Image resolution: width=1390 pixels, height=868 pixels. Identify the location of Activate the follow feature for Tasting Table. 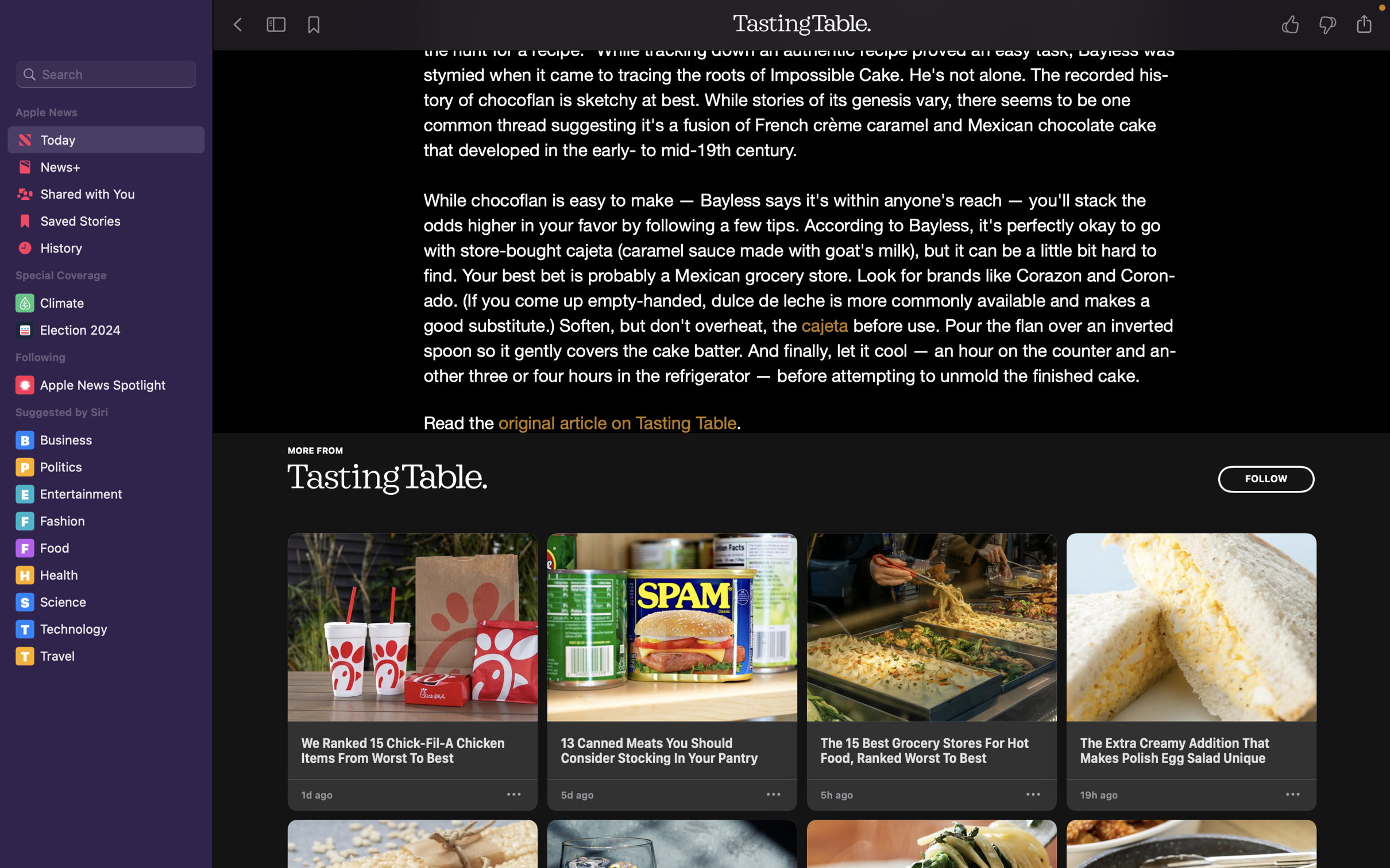
(1265, 479).